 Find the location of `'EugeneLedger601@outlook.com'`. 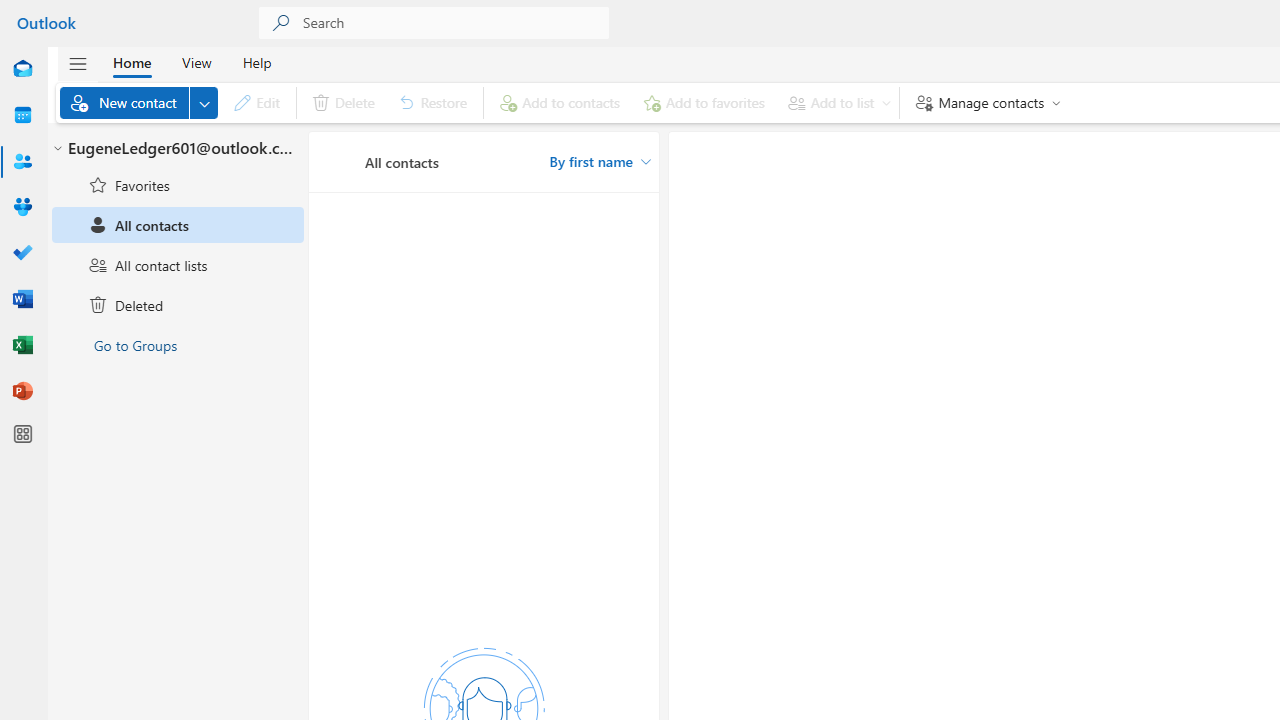

'EugeneLedger601@outlook.com' is located at coordinates (178, 148).